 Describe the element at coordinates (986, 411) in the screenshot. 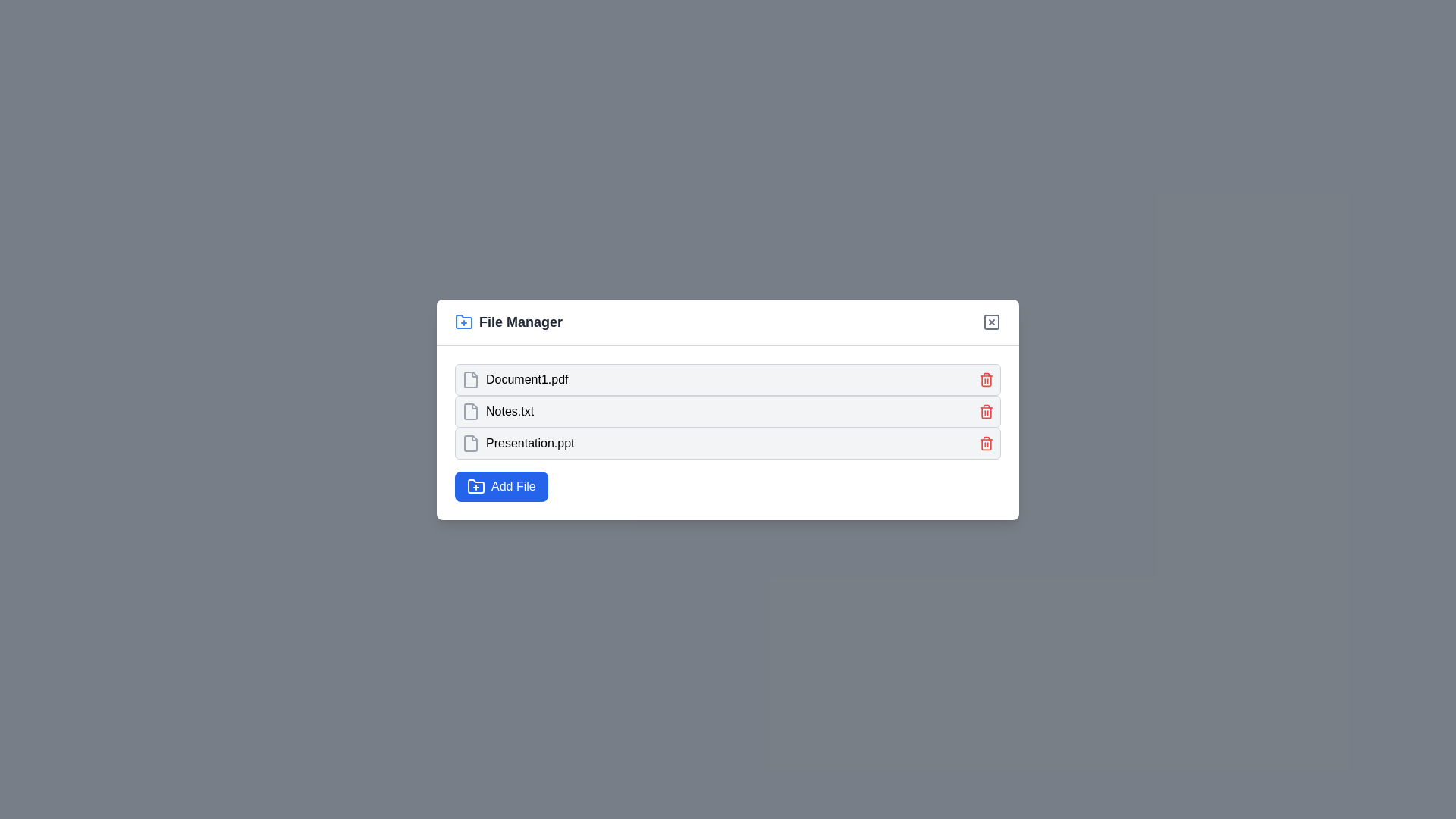

I see `the delete button for the file 'Notes.txt' located in the top-right corner of its row` at that location.